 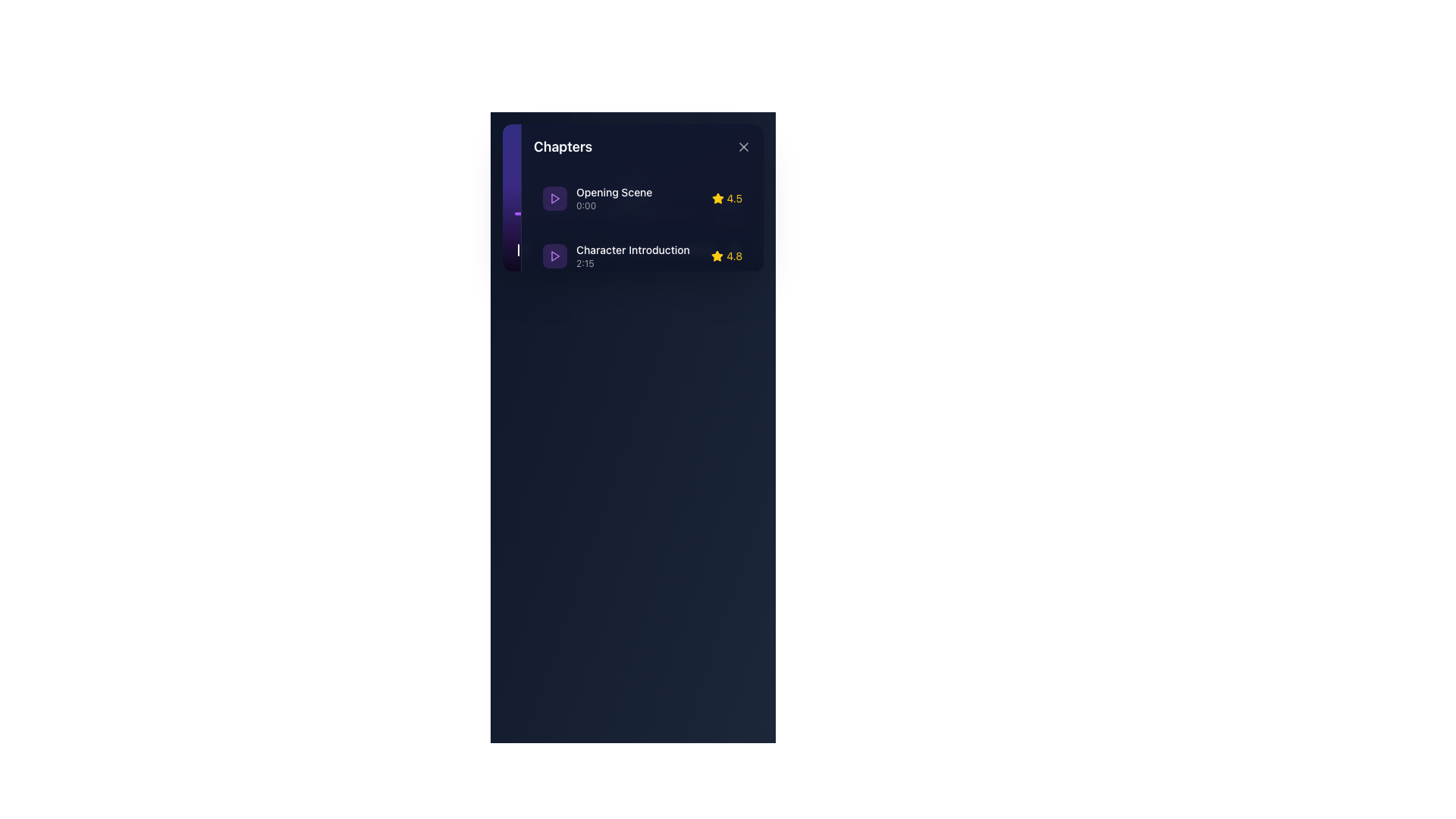 I want to click on the close button located at the top-right corner of the 'Chapters' panel, so click(x=743, y=146).